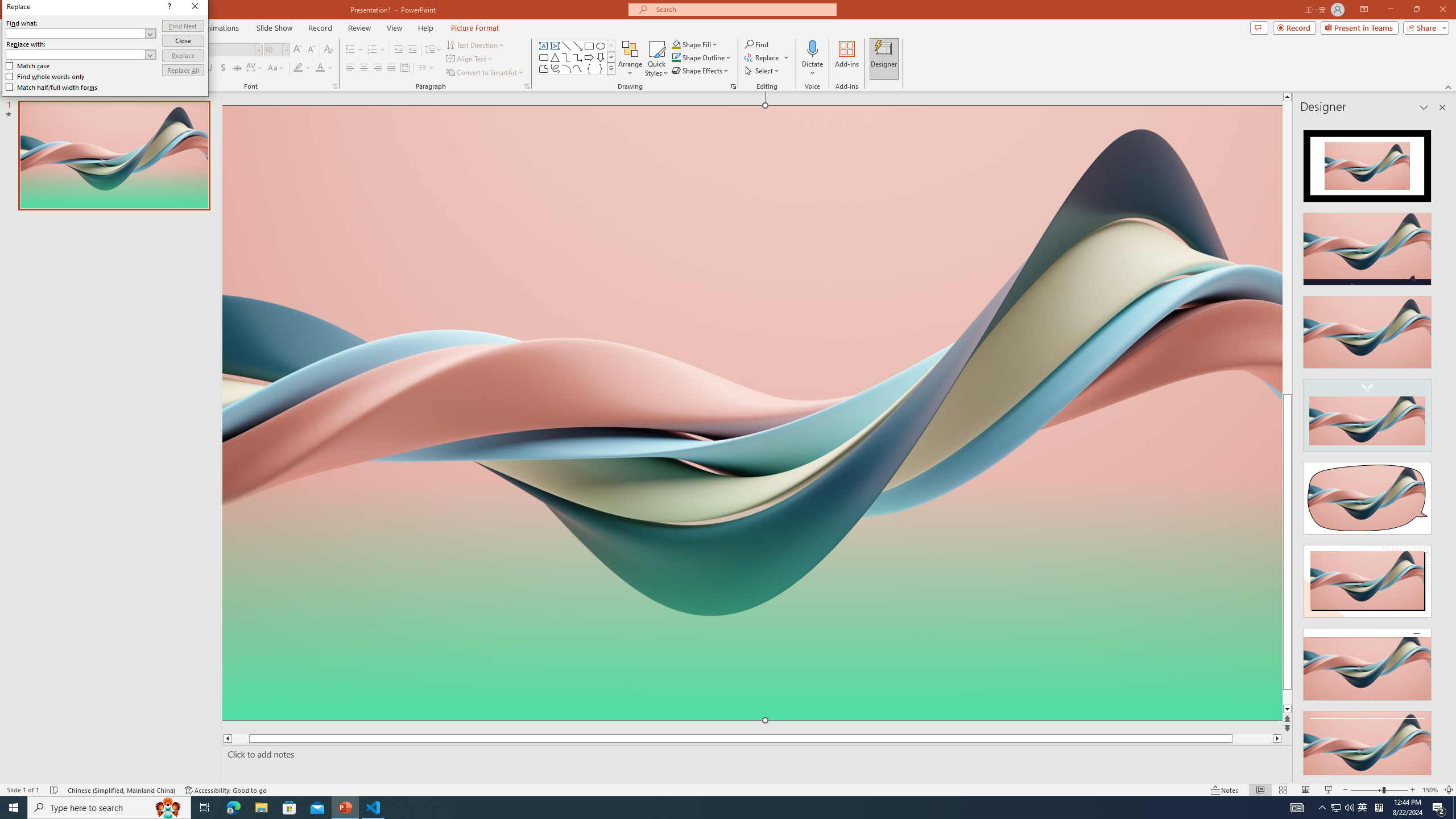  Describe the element at coordinates (754, 754) in the screenshot. I see `'Slide Notes'` at that location.